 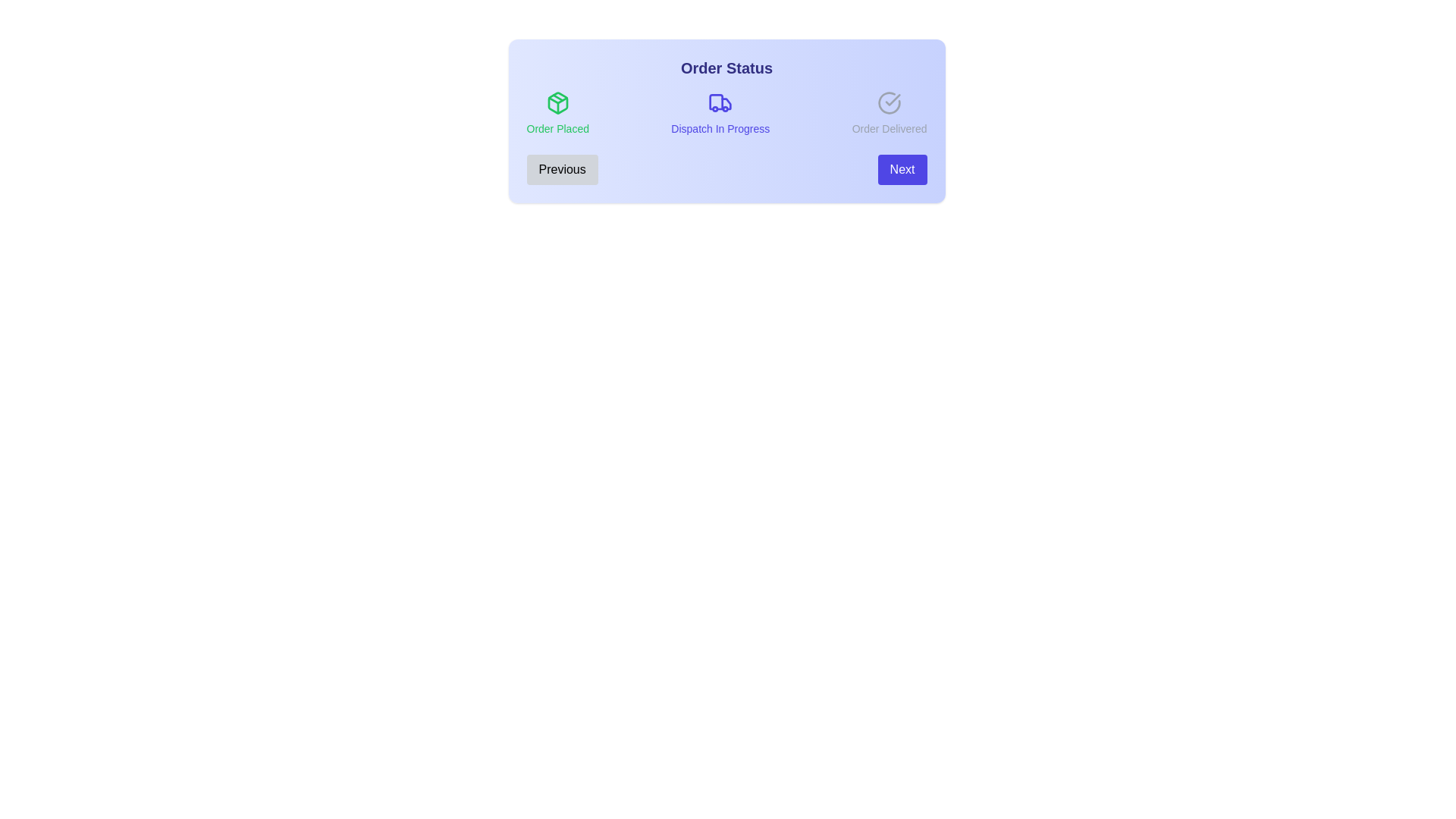 I want to click on the active stage of the Progress Indicator, which is centrally located within the 'Order Status' section, so click(x=726, y=113).